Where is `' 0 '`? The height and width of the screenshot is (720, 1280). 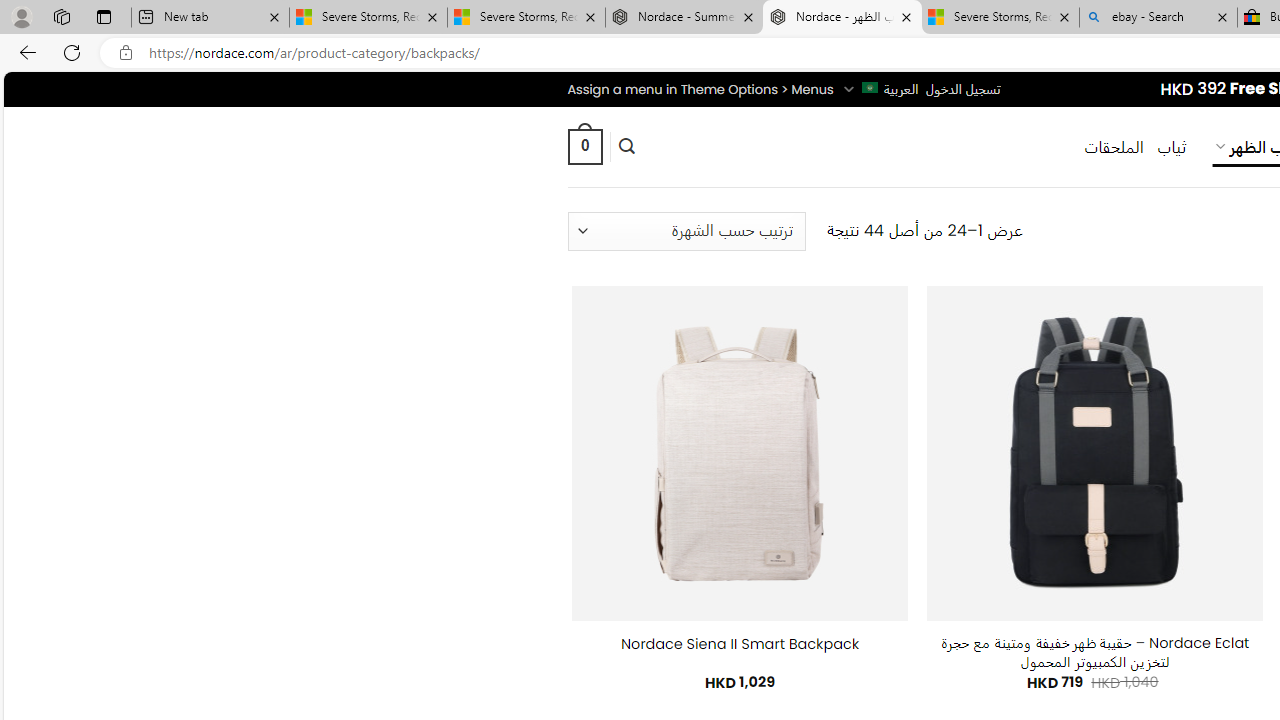 ' 0 ' is located at coordinates (583, 145).